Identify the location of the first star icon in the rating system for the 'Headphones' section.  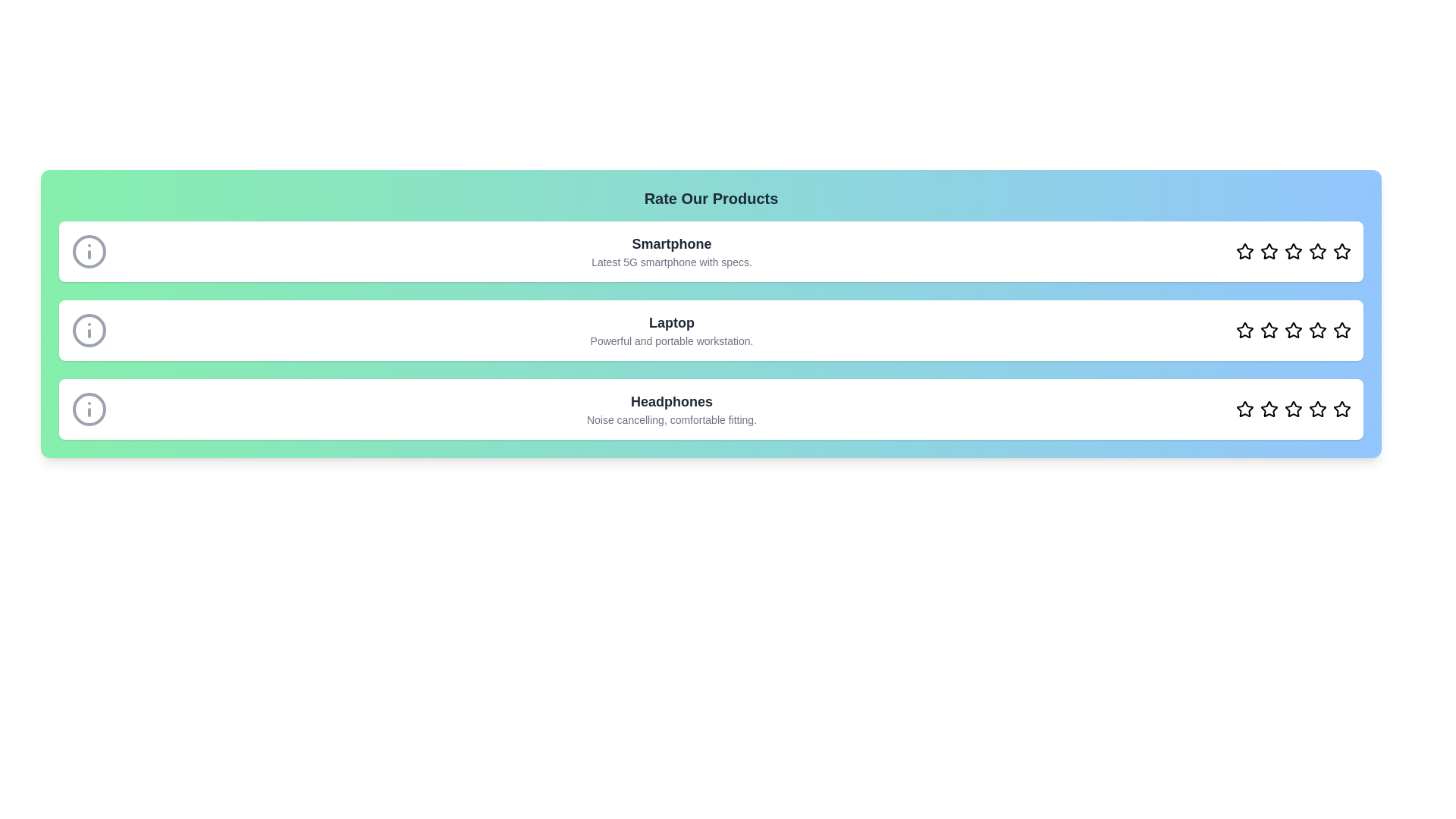
(1244, 409).